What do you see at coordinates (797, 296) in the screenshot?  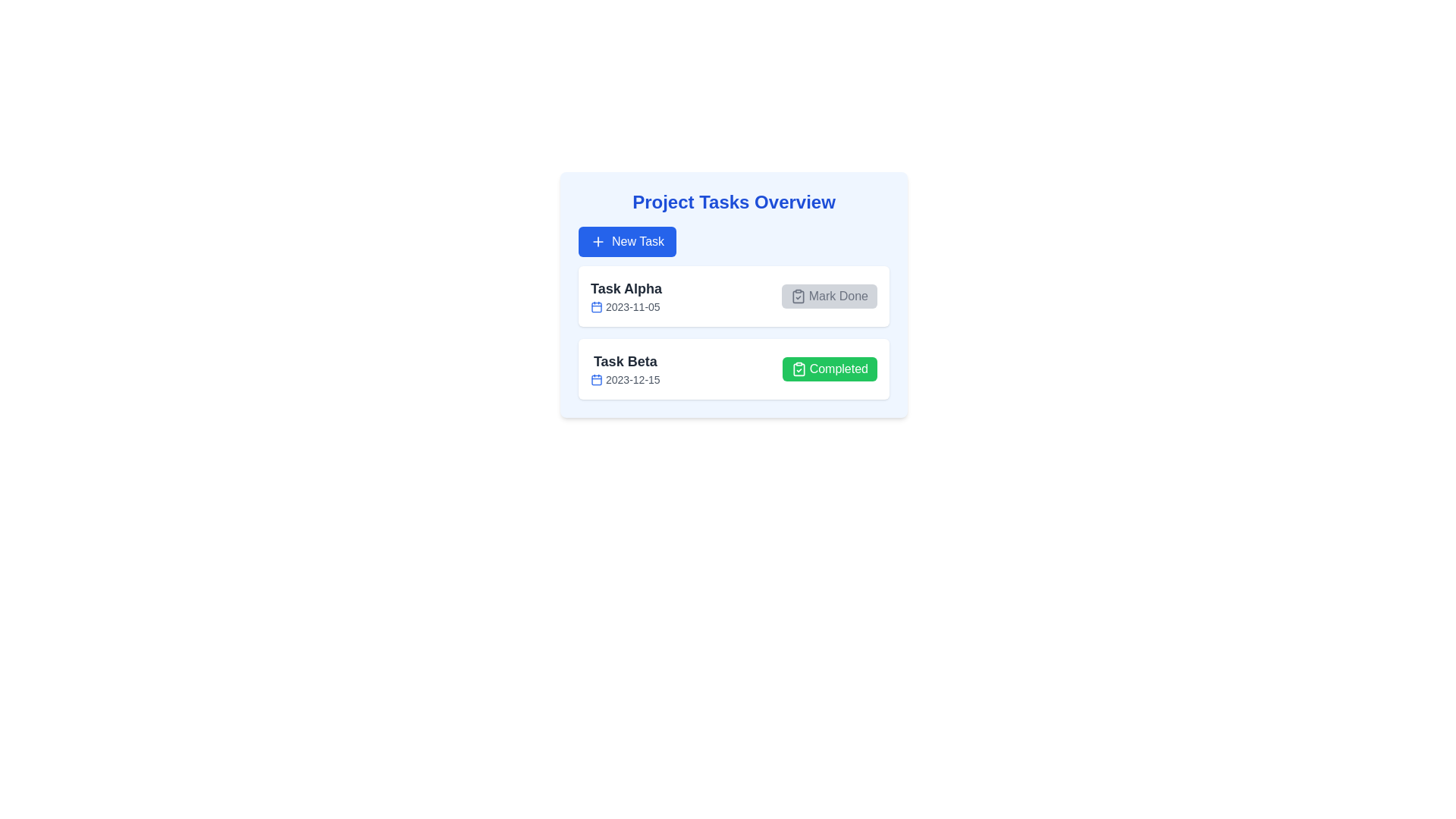 I see `icon representing the action of marking 'Task Alpha' as done, located to the left of the text label within the 'Mark Done' button` at bounding box center [797, 296].